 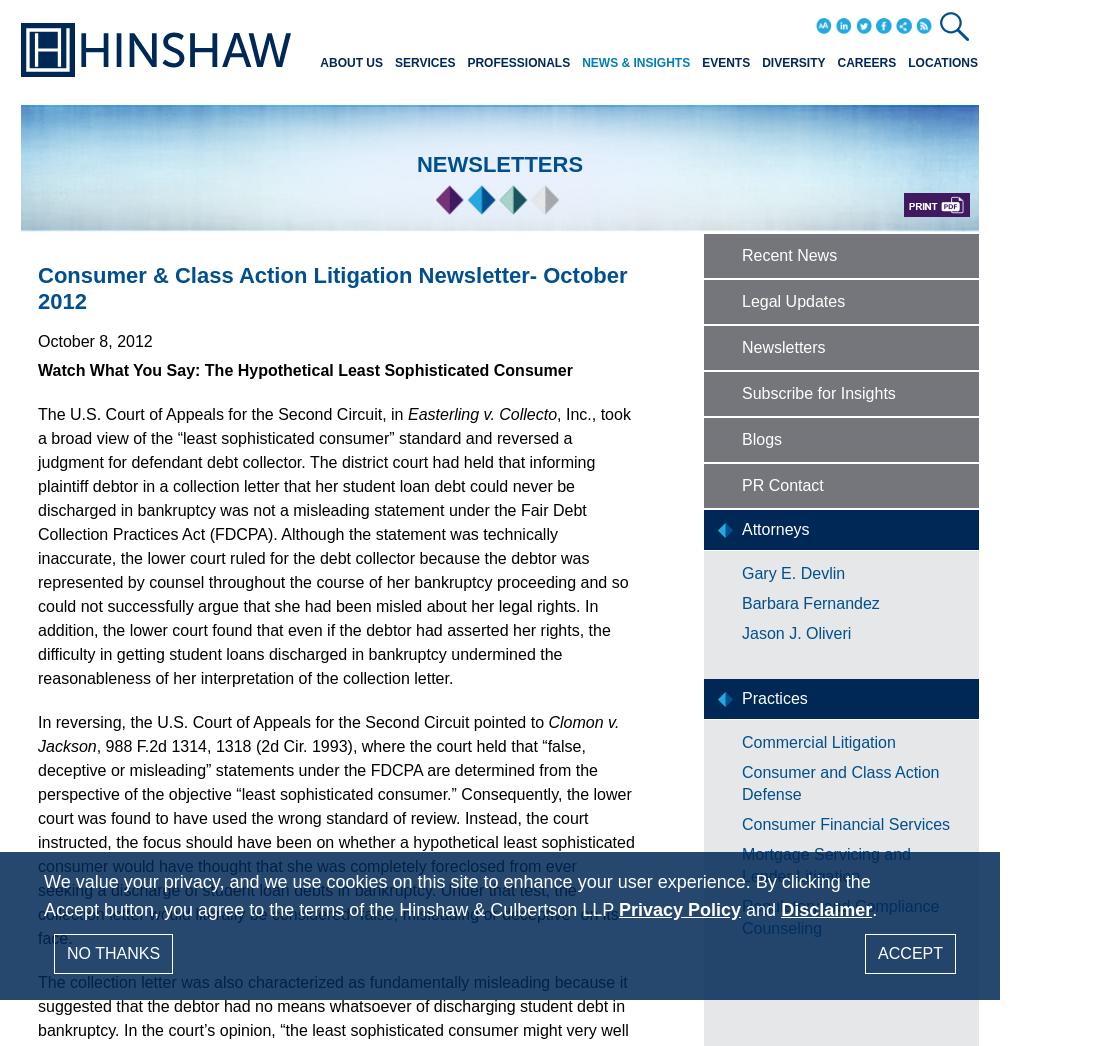 I want to click on 'Careers', so click(x=865, y=62).